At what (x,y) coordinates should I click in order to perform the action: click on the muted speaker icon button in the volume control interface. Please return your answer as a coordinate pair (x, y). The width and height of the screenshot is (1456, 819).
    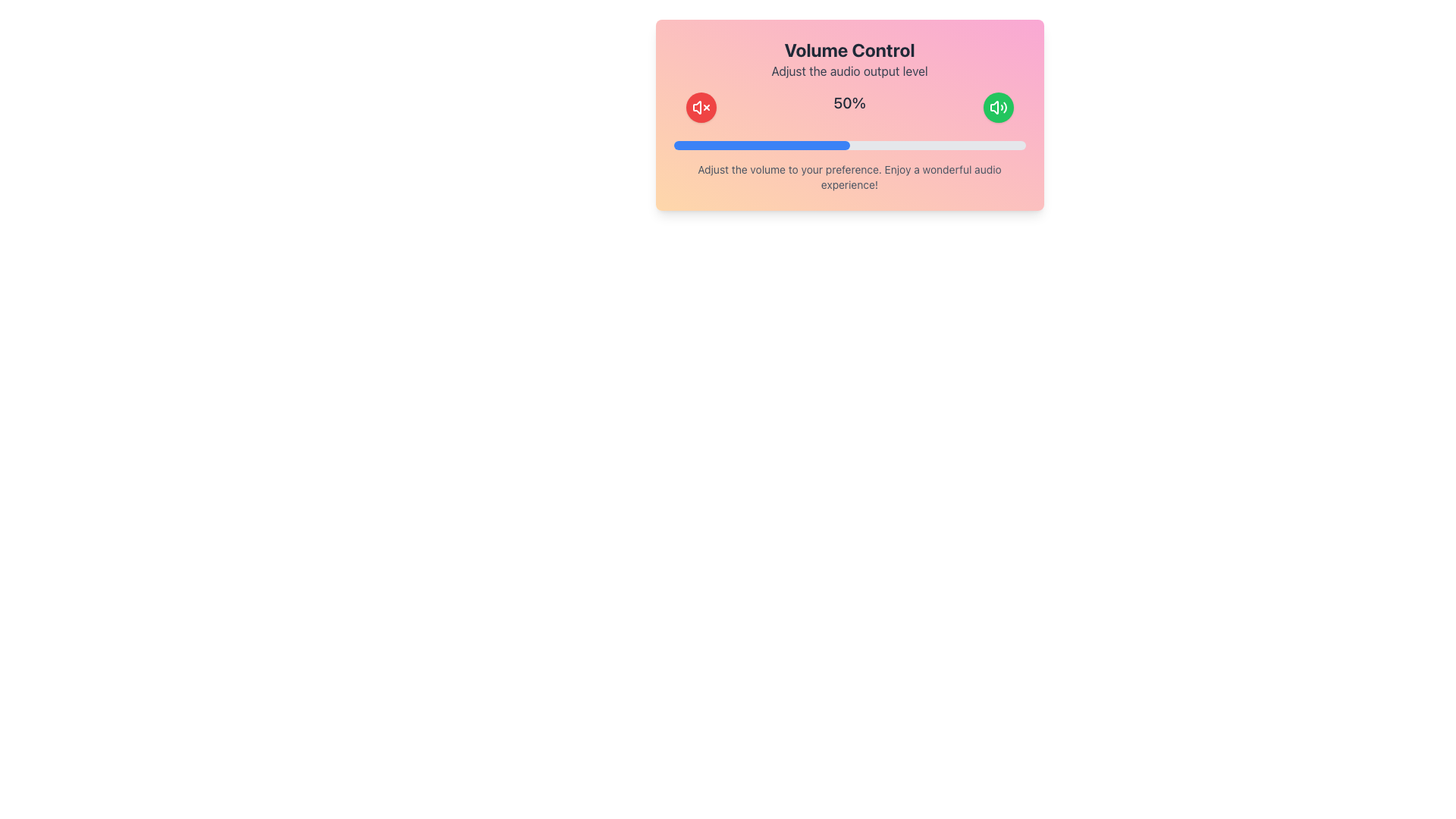
    Looking at the image, I should click on (695, 107).